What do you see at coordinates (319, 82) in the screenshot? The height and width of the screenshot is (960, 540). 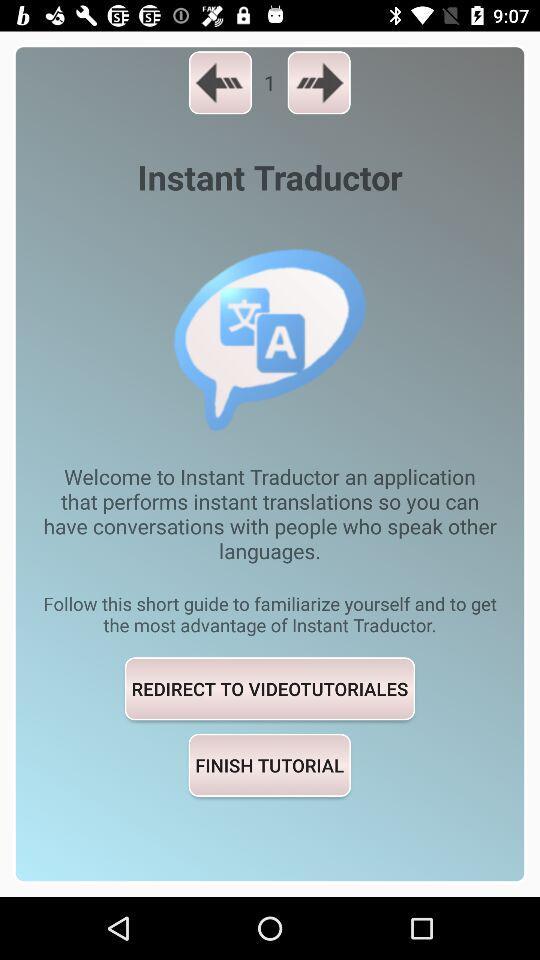 I see `the arrow_forward icon` at bounding box center [319, 82].